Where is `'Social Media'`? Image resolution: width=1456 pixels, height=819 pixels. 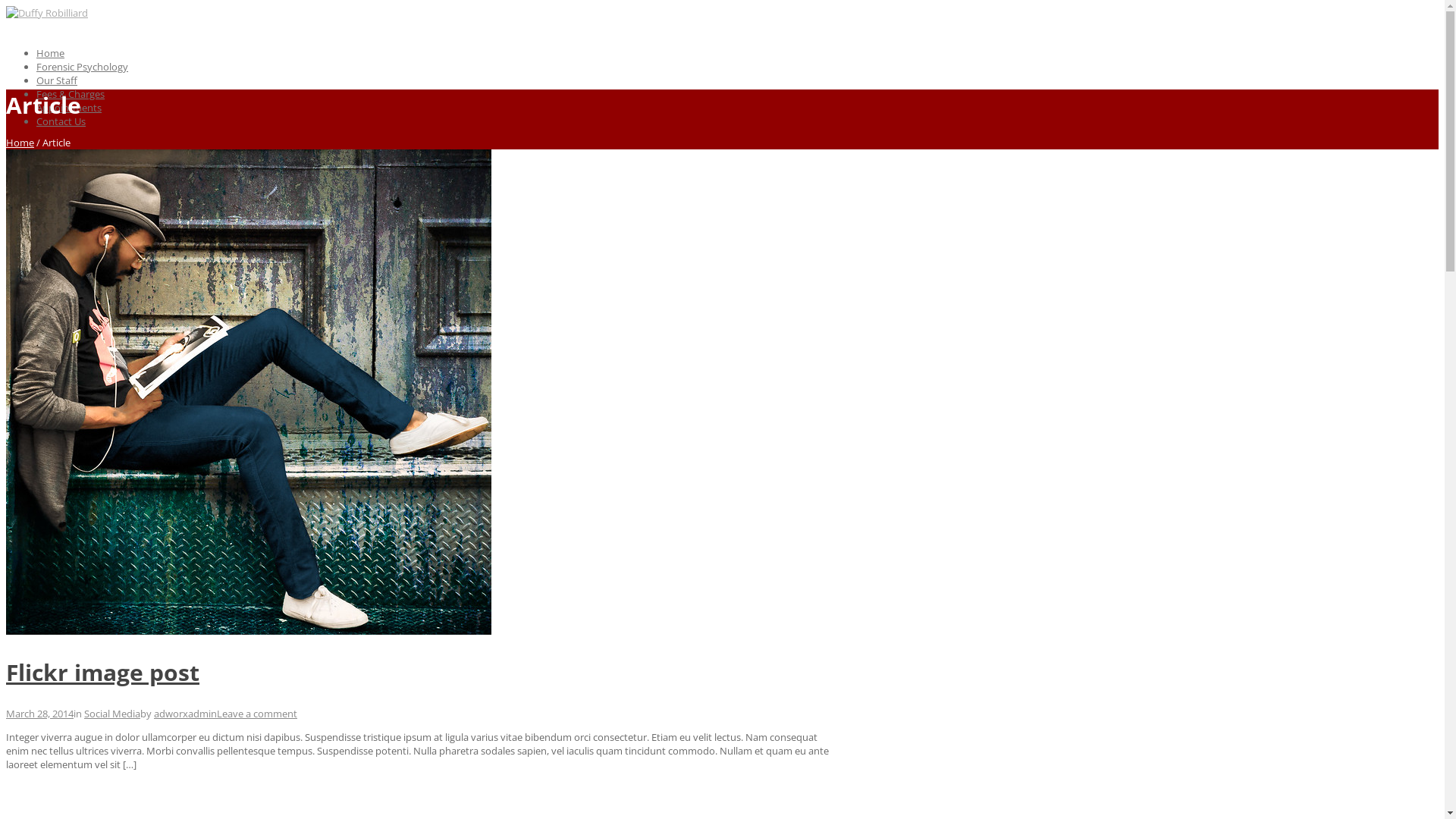 'Social Media' is located at coordinates (111, 714).